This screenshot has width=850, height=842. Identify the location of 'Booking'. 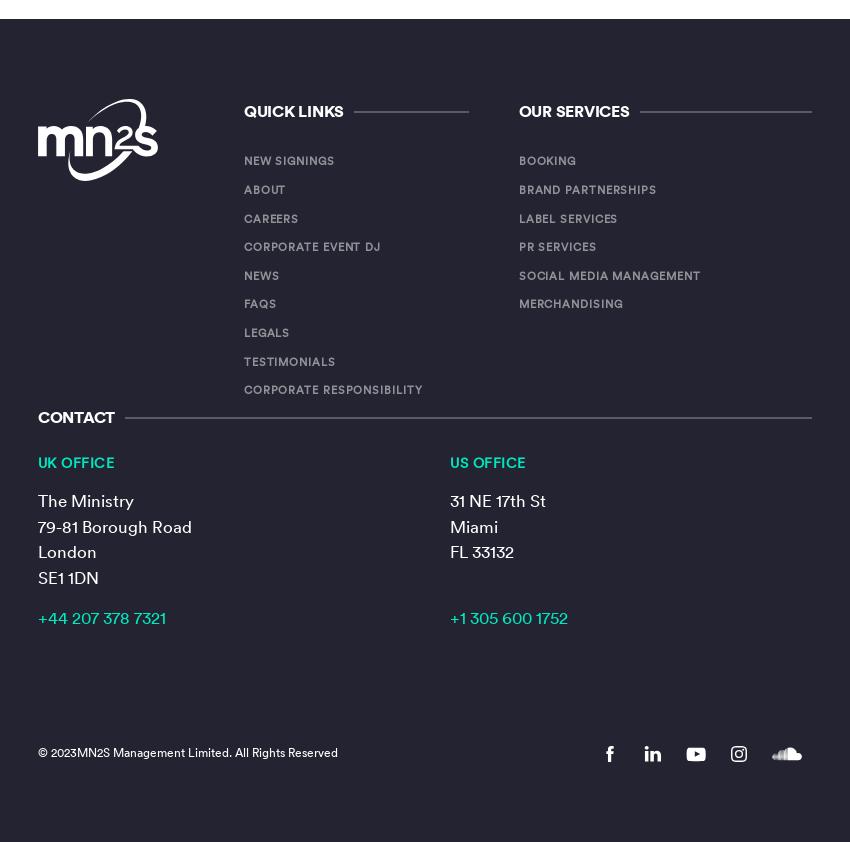
(516, 159).